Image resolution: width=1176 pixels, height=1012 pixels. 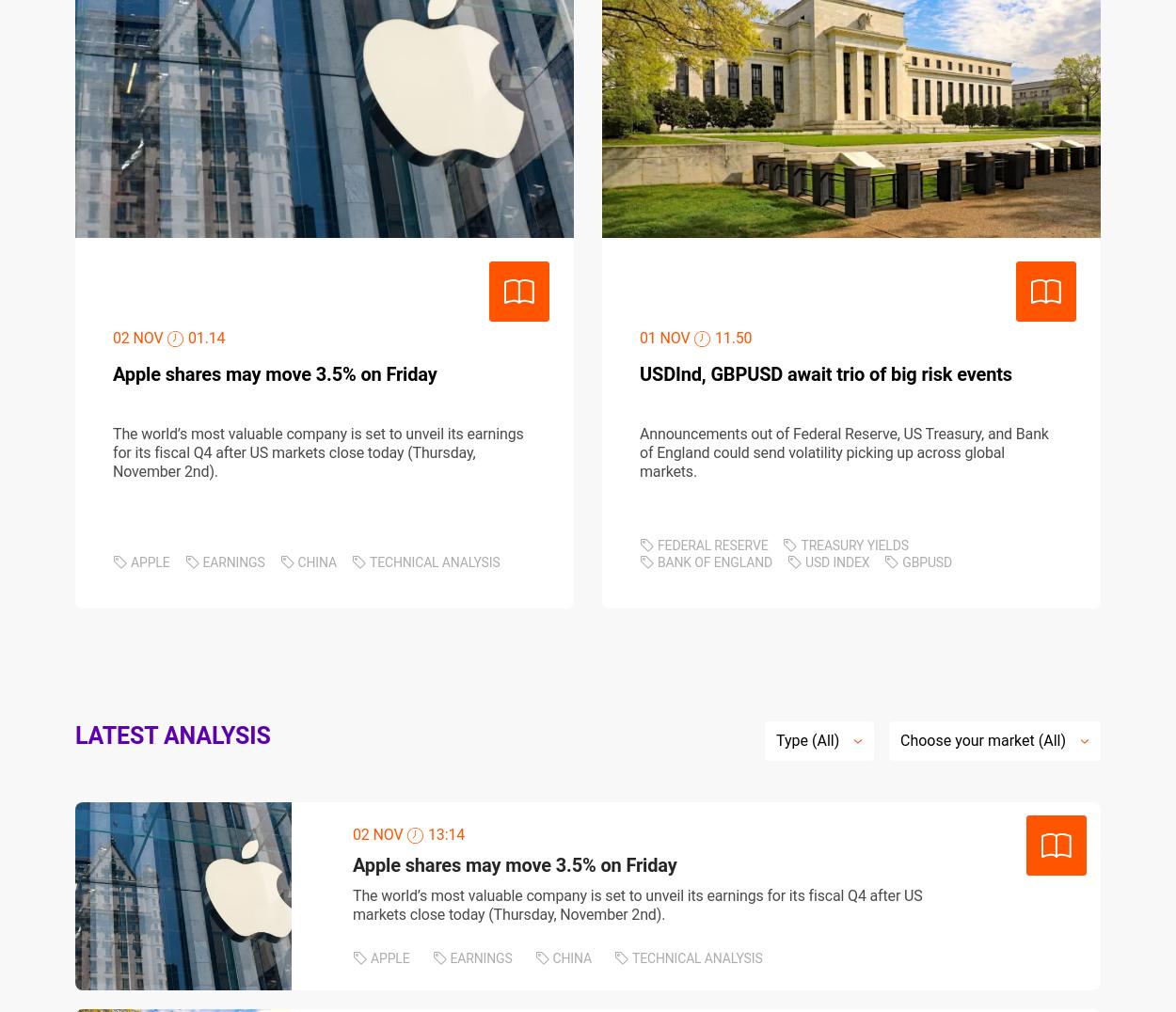 I want to click on 'Sounds good', so click(x=776, y=830).